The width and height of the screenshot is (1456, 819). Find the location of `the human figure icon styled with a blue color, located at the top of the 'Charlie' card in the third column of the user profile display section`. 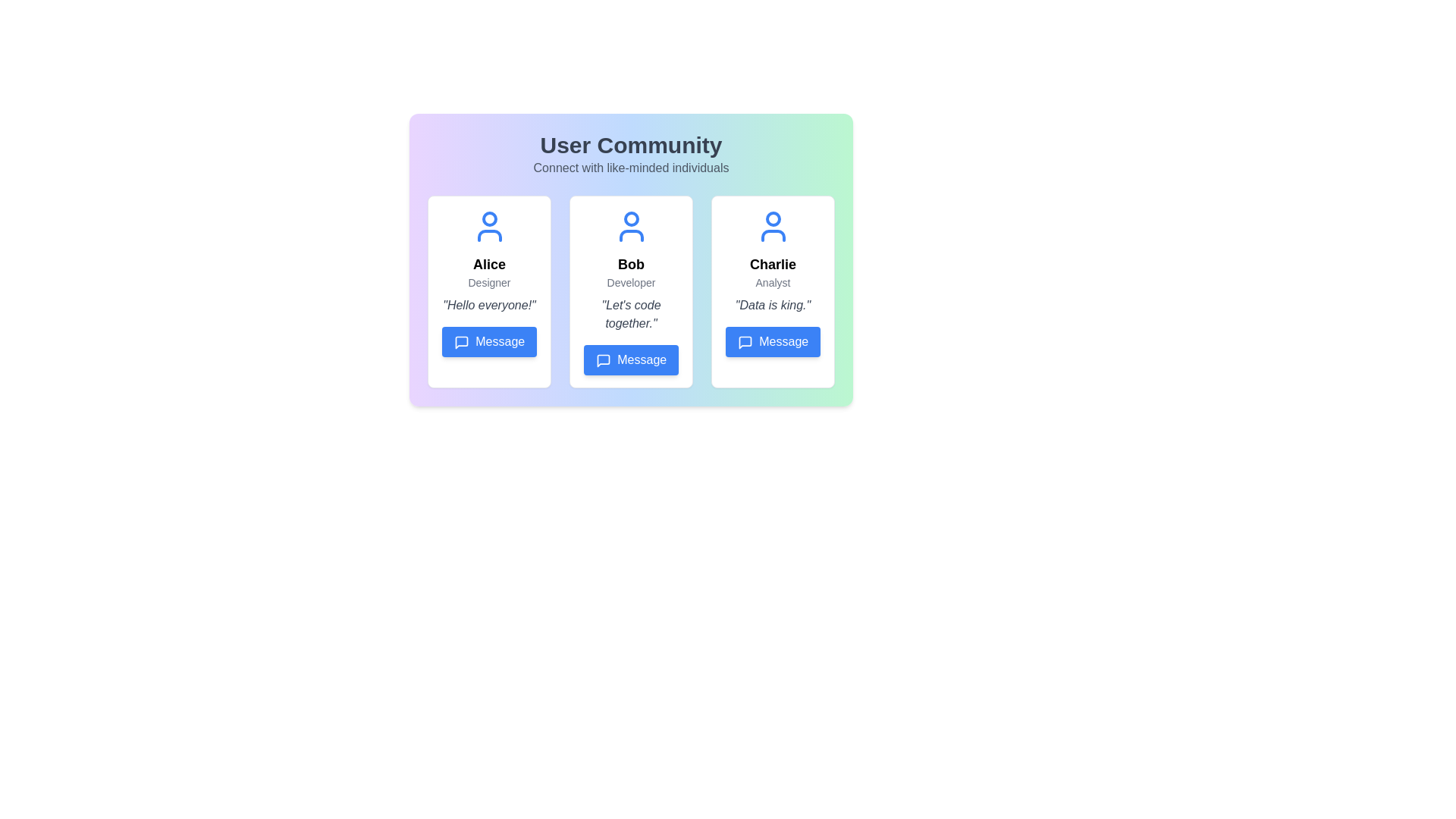

the human figure icon styled with a blue color, located at the top of the 'Charlie' card in the third column of the user profile display section is located at coordinates (773, 227).